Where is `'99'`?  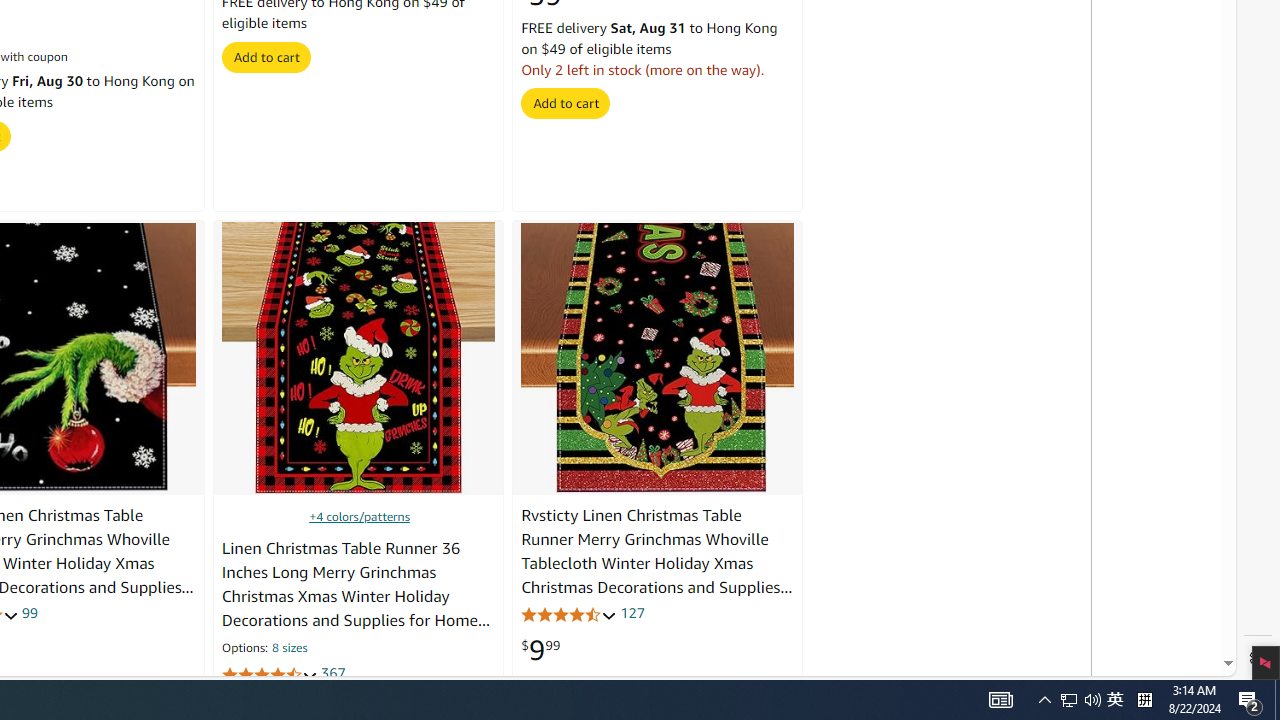 '99' is located at coordinates (29, 611).